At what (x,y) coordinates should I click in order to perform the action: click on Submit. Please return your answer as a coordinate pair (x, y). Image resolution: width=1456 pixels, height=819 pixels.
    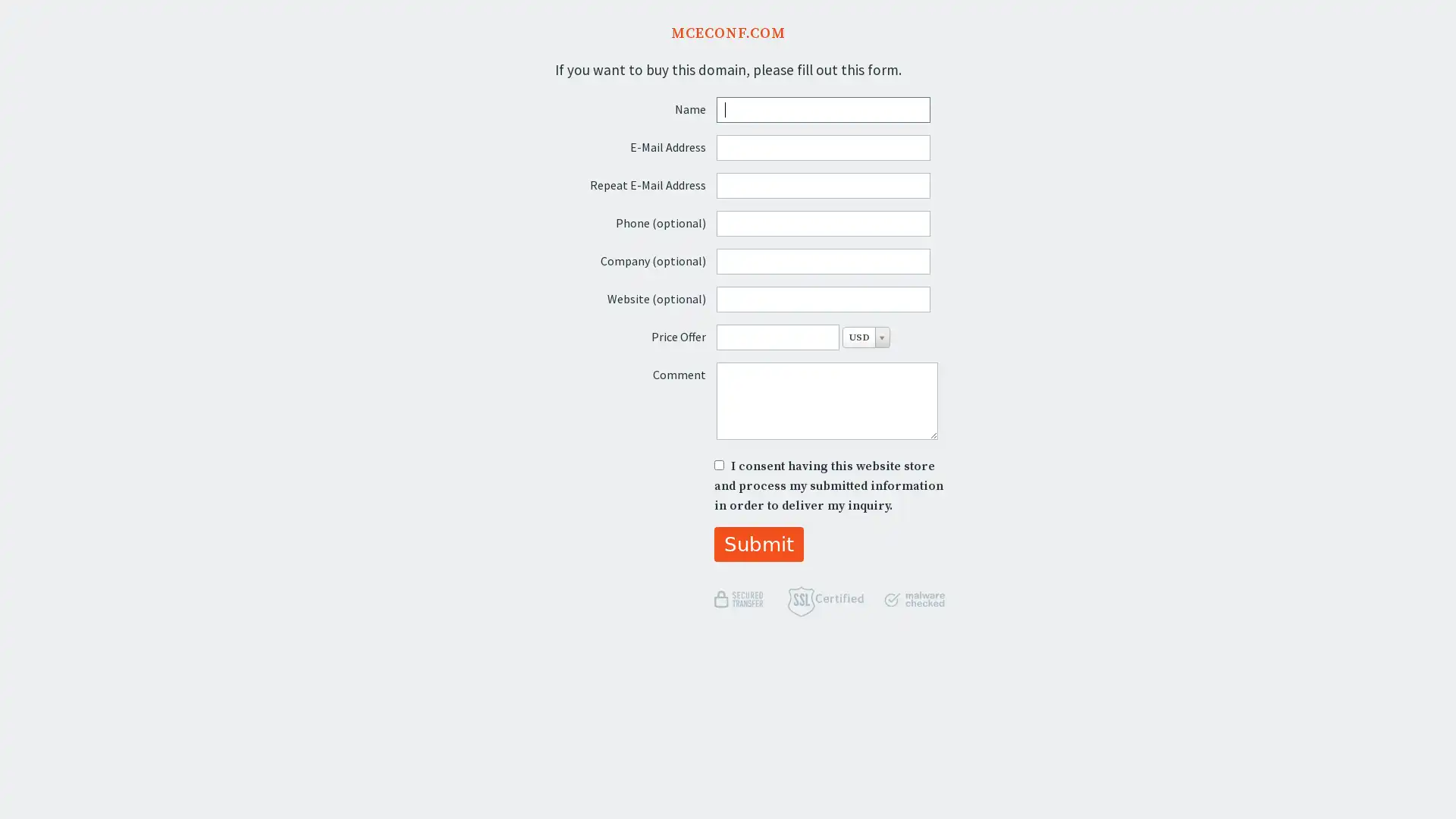
    Looking at the image, I should click on (758, 543).